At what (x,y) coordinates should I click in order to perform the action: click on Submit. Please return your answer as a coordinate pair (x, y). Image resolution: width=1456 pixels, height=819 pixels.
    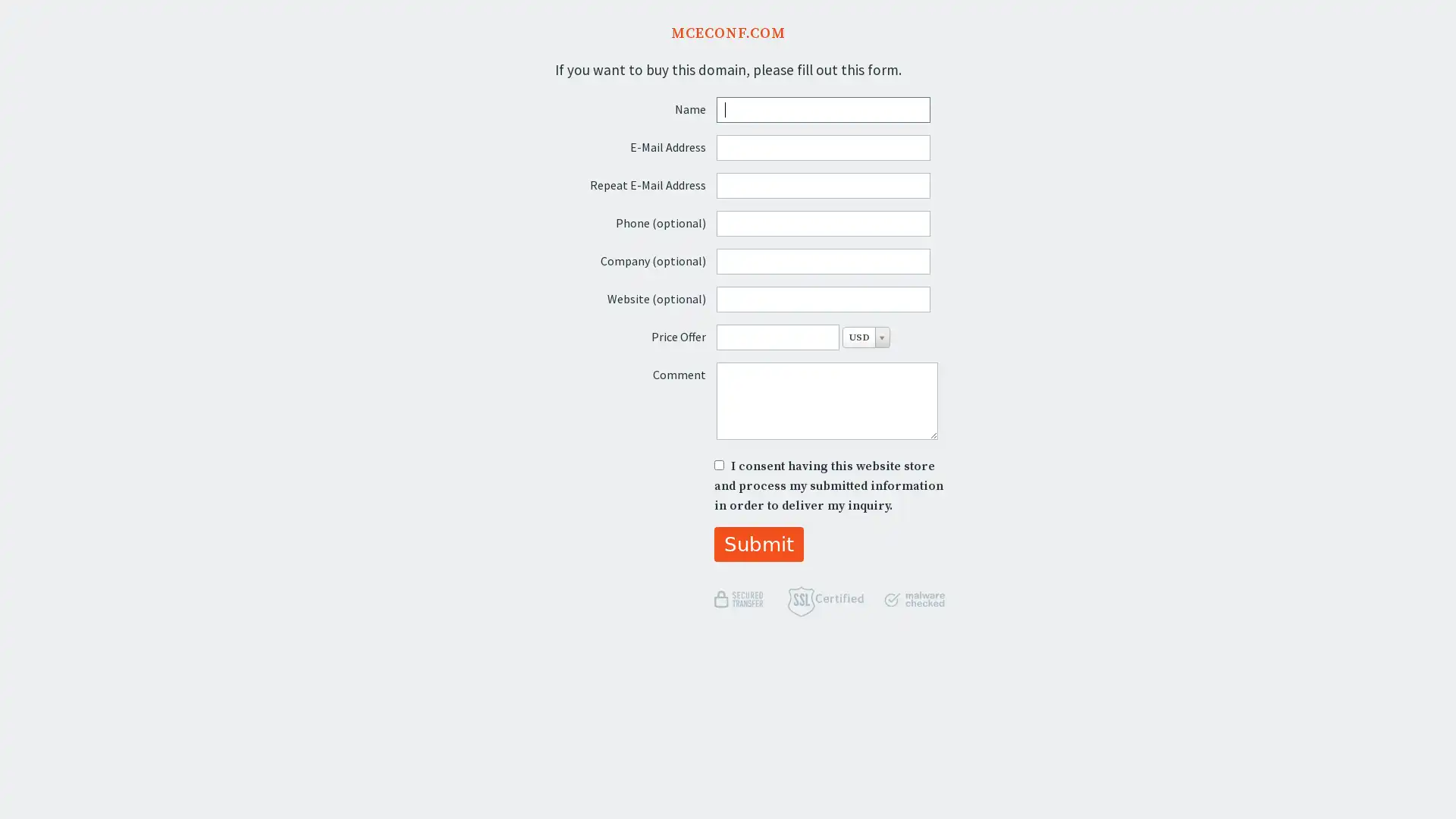
    Looking at the image, I should click on (758, 543).